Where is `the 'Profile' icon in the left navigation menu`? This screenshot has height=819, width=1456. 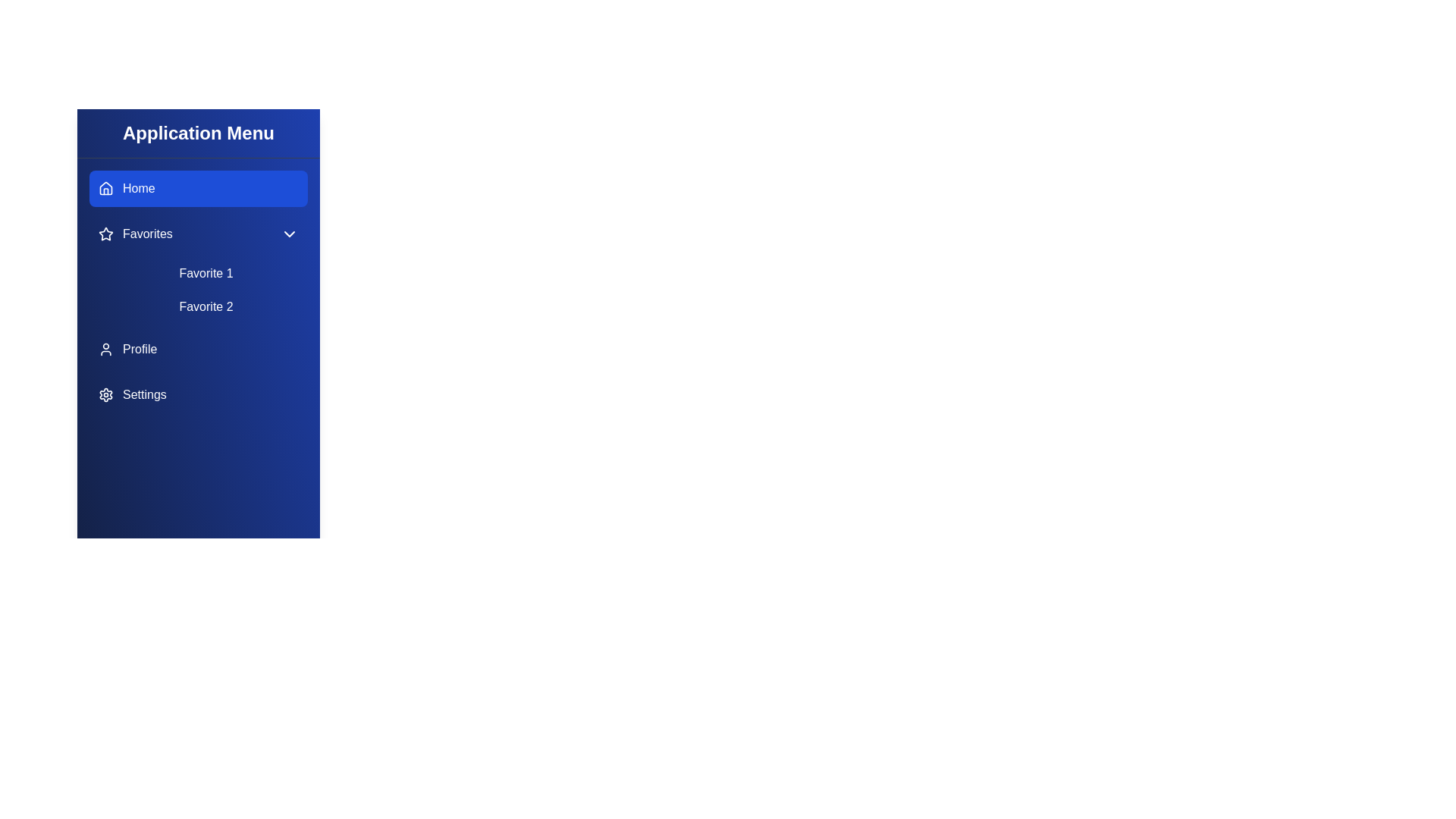
the 'Profile' icon in the left navigation menu is located at coordinates (105, 350).